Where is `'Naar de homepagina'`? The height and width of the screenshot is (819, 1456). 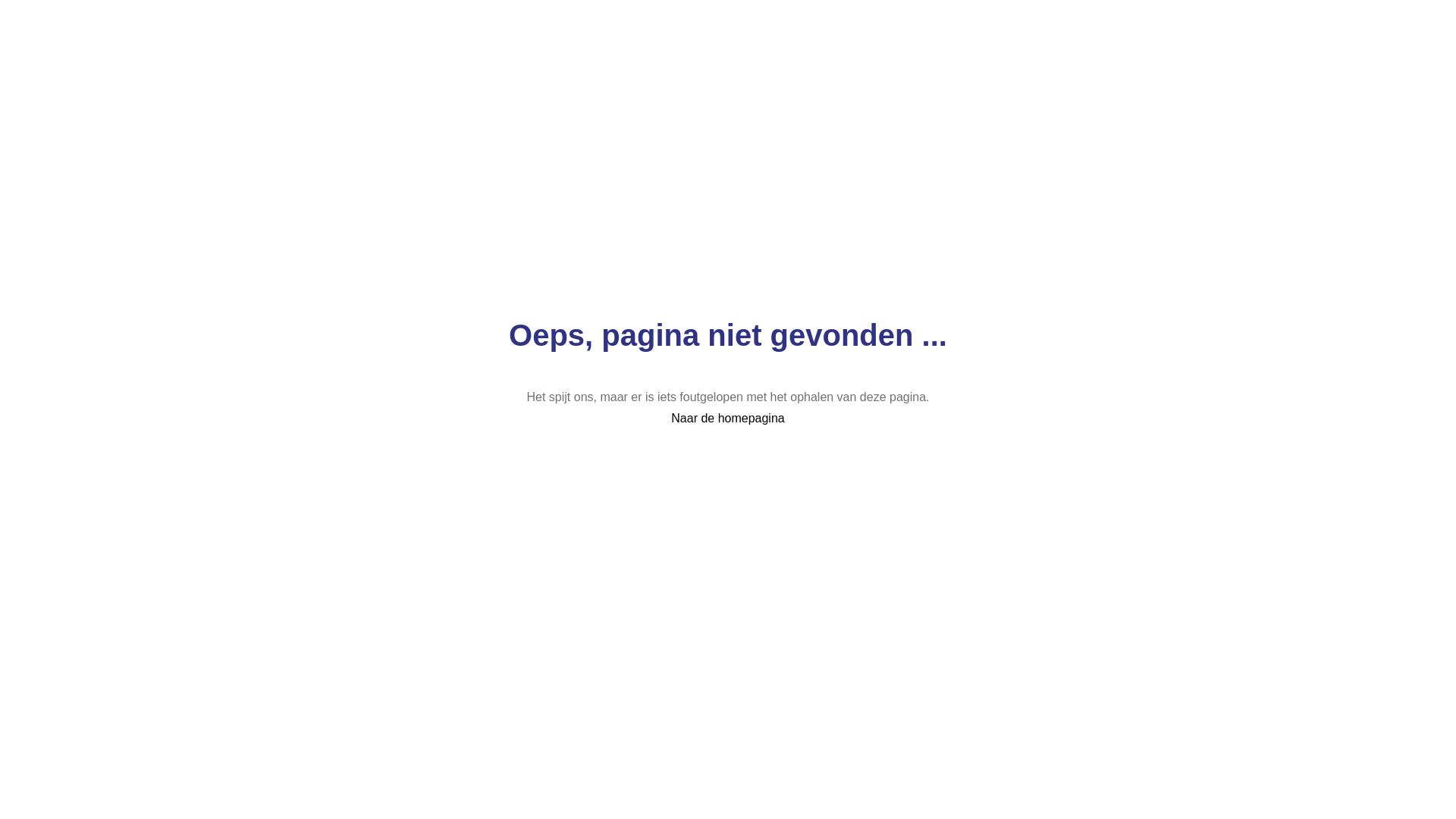 'Naar de homepagina' is located at coordinates (726, 418).